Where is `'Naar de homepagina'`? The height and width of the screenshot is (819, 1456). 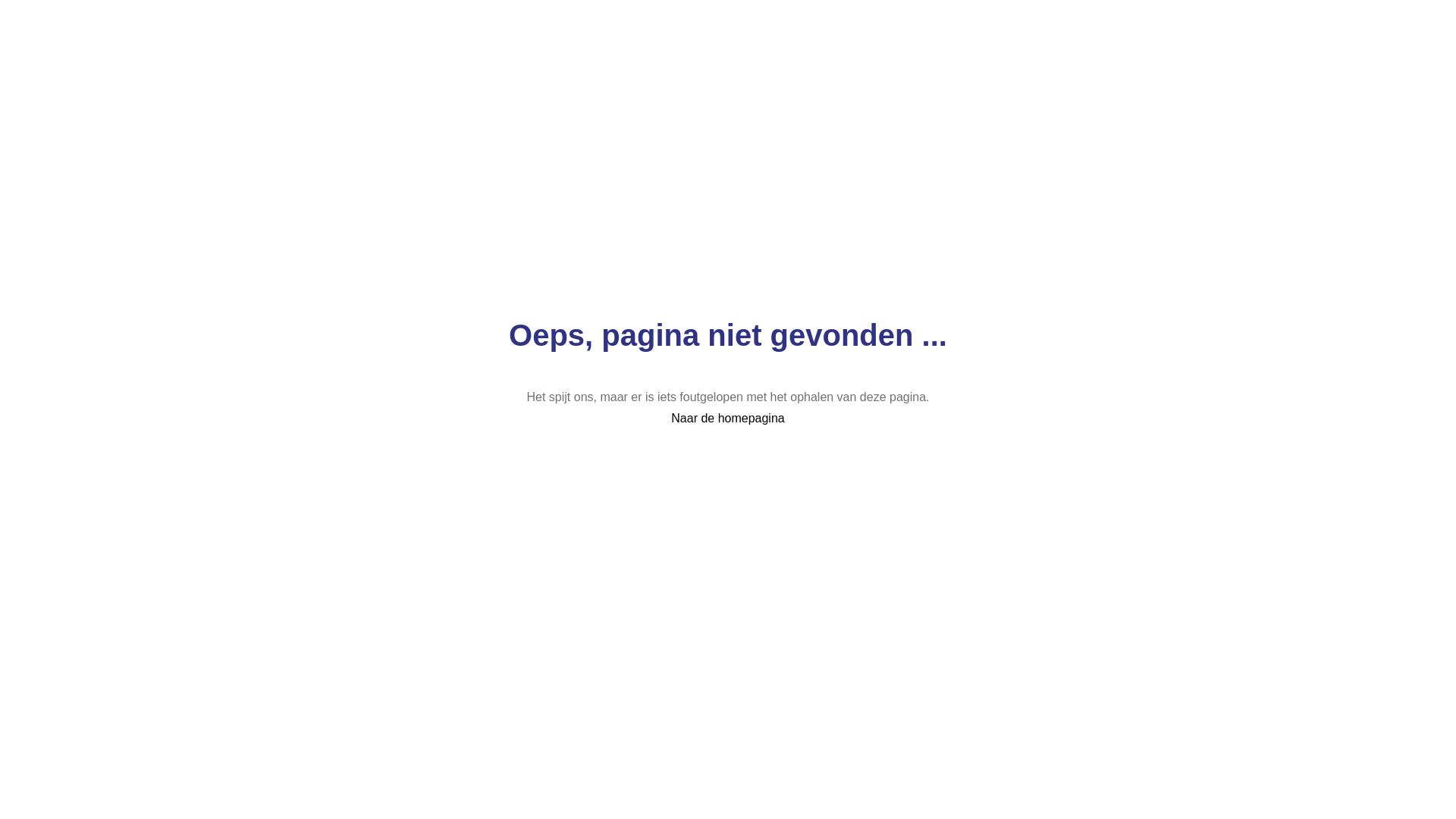 'Naar de homepagina' is located at coordinates (726, 418).